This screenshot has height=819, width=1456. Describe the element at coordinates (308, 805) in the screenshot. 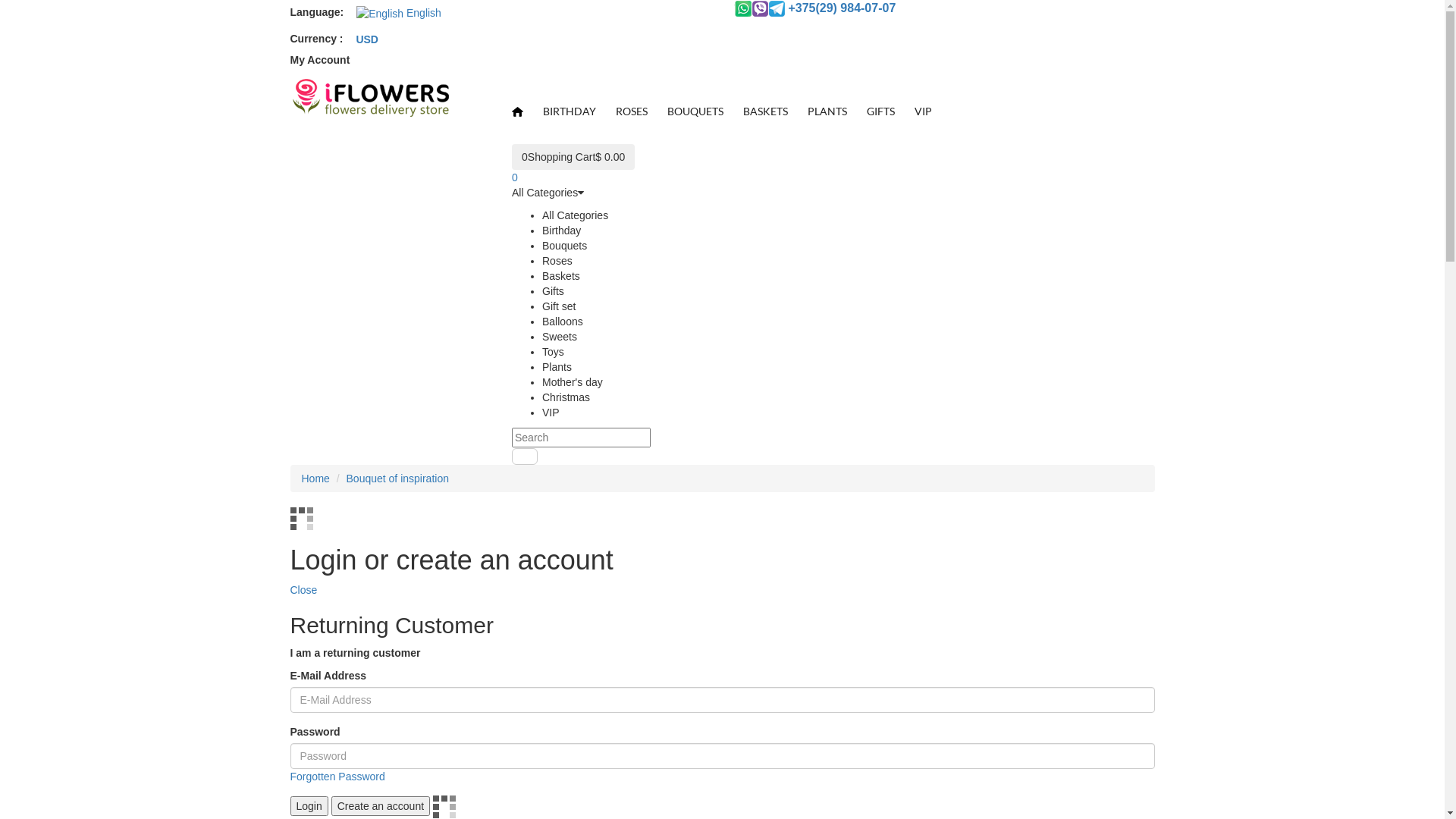

I see `'Login'` at that location.